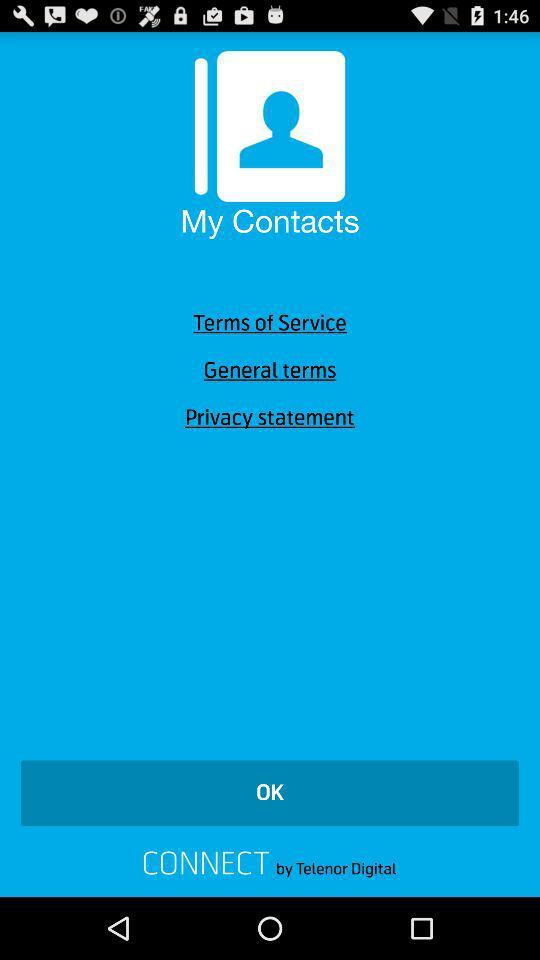 This screenshot has height=960, width=540. What do you see at coordinates (270, 369) in the screenshot?
I see `icon below terms of service` at bounding box center [270, 369].